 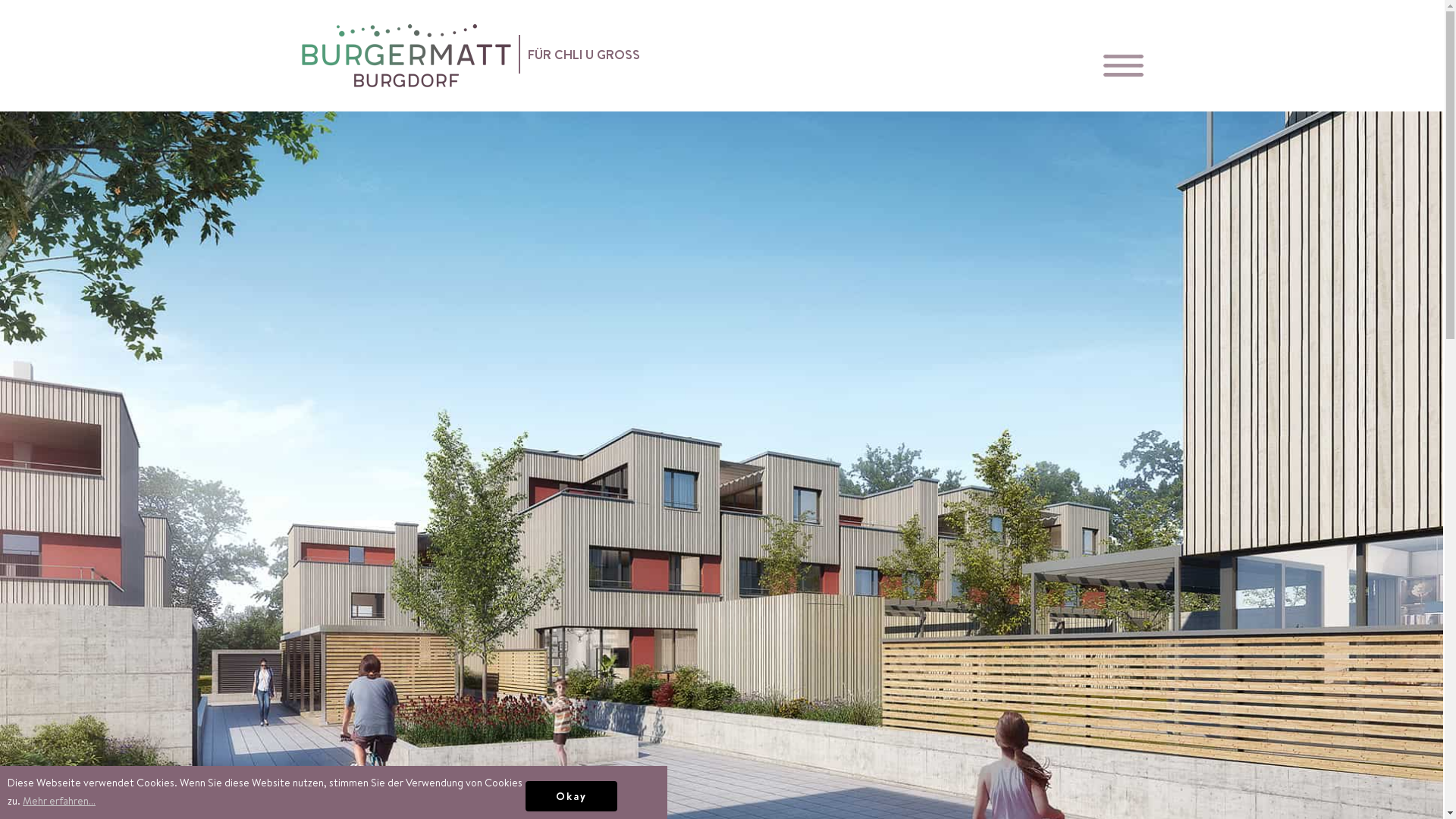 What do you see at coordinates (525, 795) in the screenshot?
I see `'Okay'` at bounding box center [525, 795].